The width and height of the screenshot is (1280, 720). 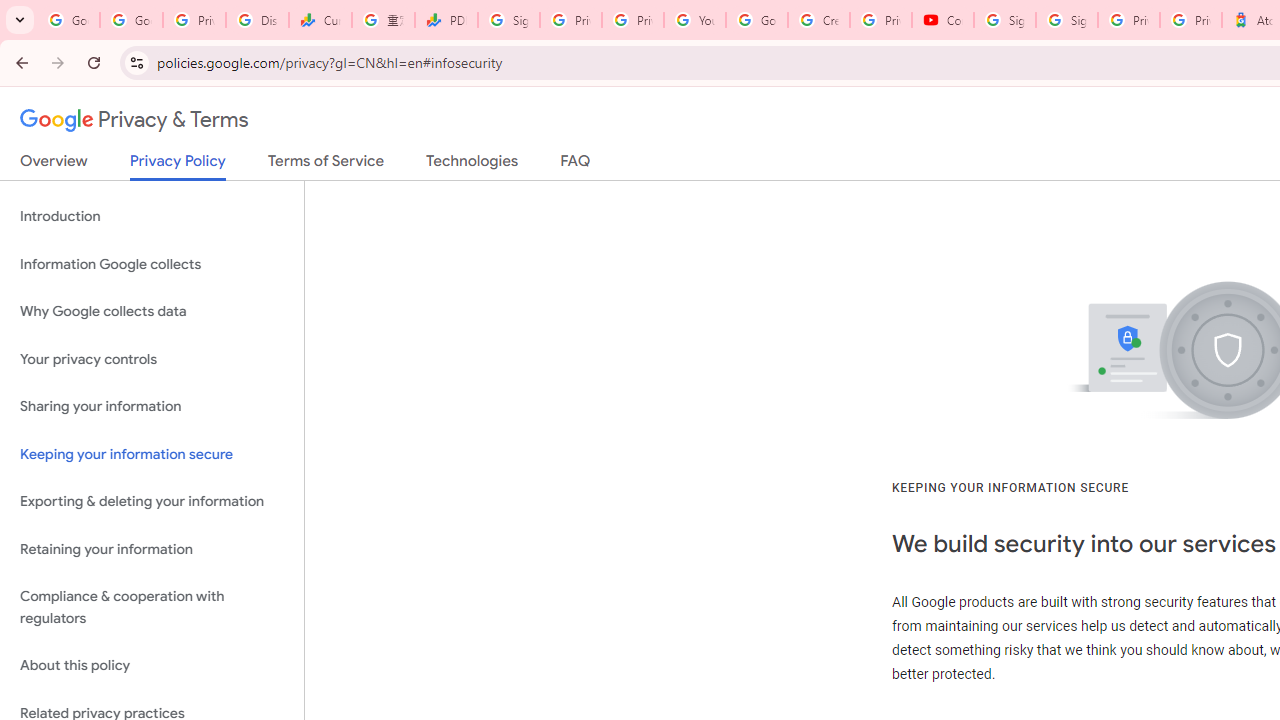 What do you see at coordinates (151, 454) in the screenshot?
I see `'Keeping your information secure'` at bounding box center [151, 454].